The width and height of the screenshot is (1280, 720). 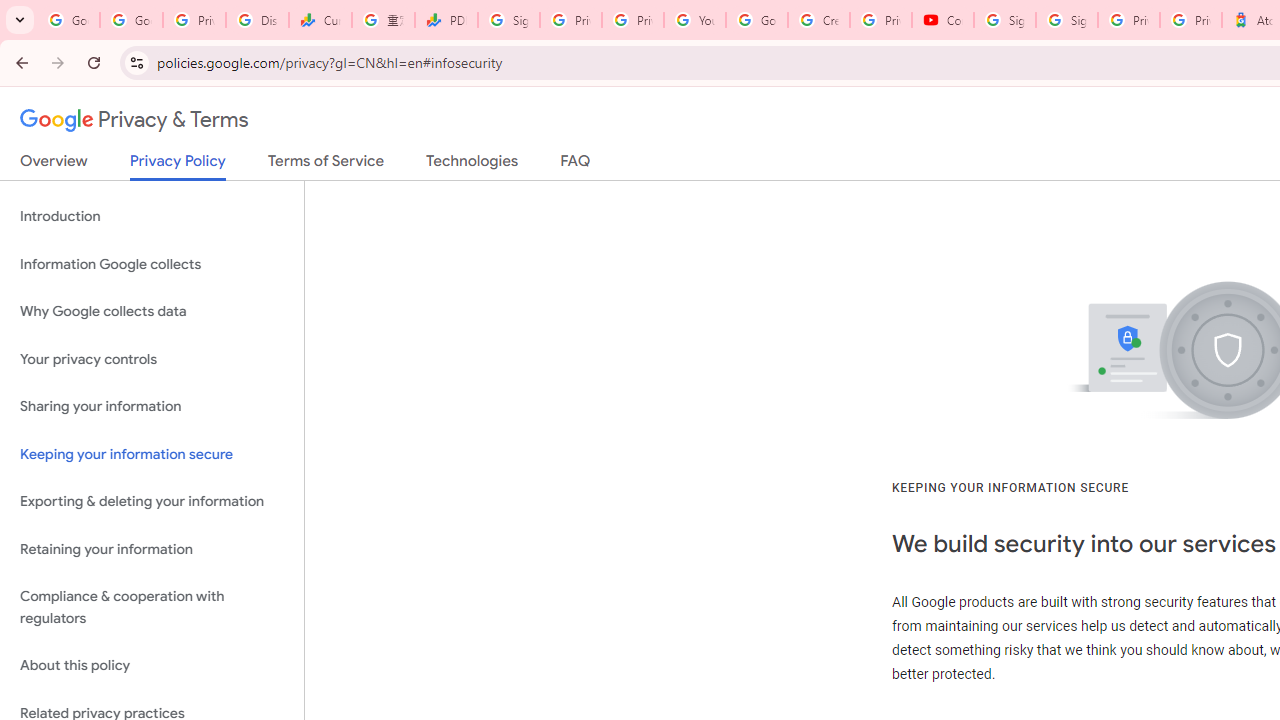 What do you see at coordinates (151, 454) in the screenshot?
I see `'Keeping your information secure'` at bounding box center [151, 454].